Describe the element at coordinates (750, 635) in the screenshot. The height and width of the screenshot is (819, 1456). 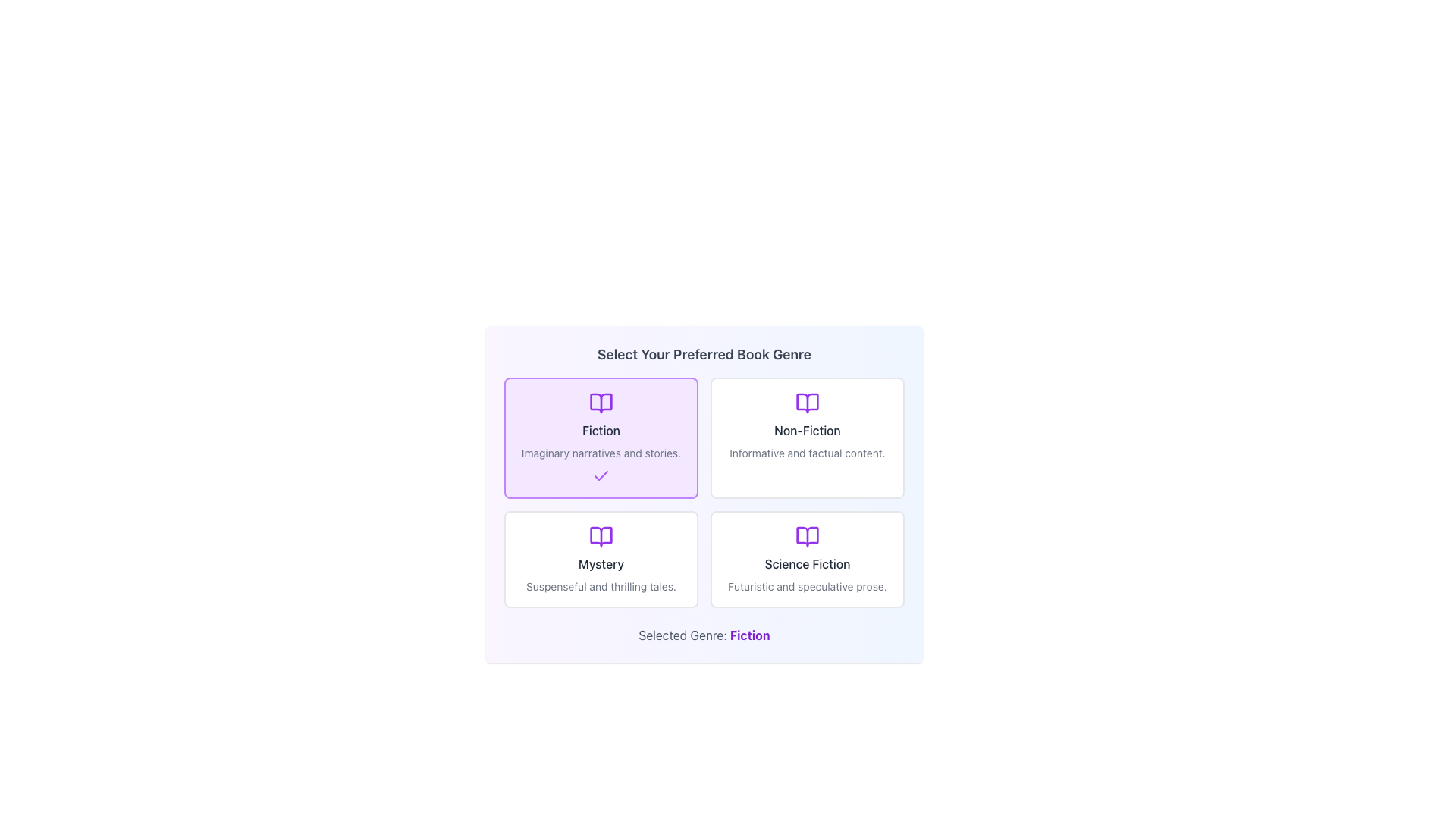
I see `text label displaying 'Fiction' in bold purple font, which is the last word in the phrase 'Selected Genre: Fiction'` at that location.